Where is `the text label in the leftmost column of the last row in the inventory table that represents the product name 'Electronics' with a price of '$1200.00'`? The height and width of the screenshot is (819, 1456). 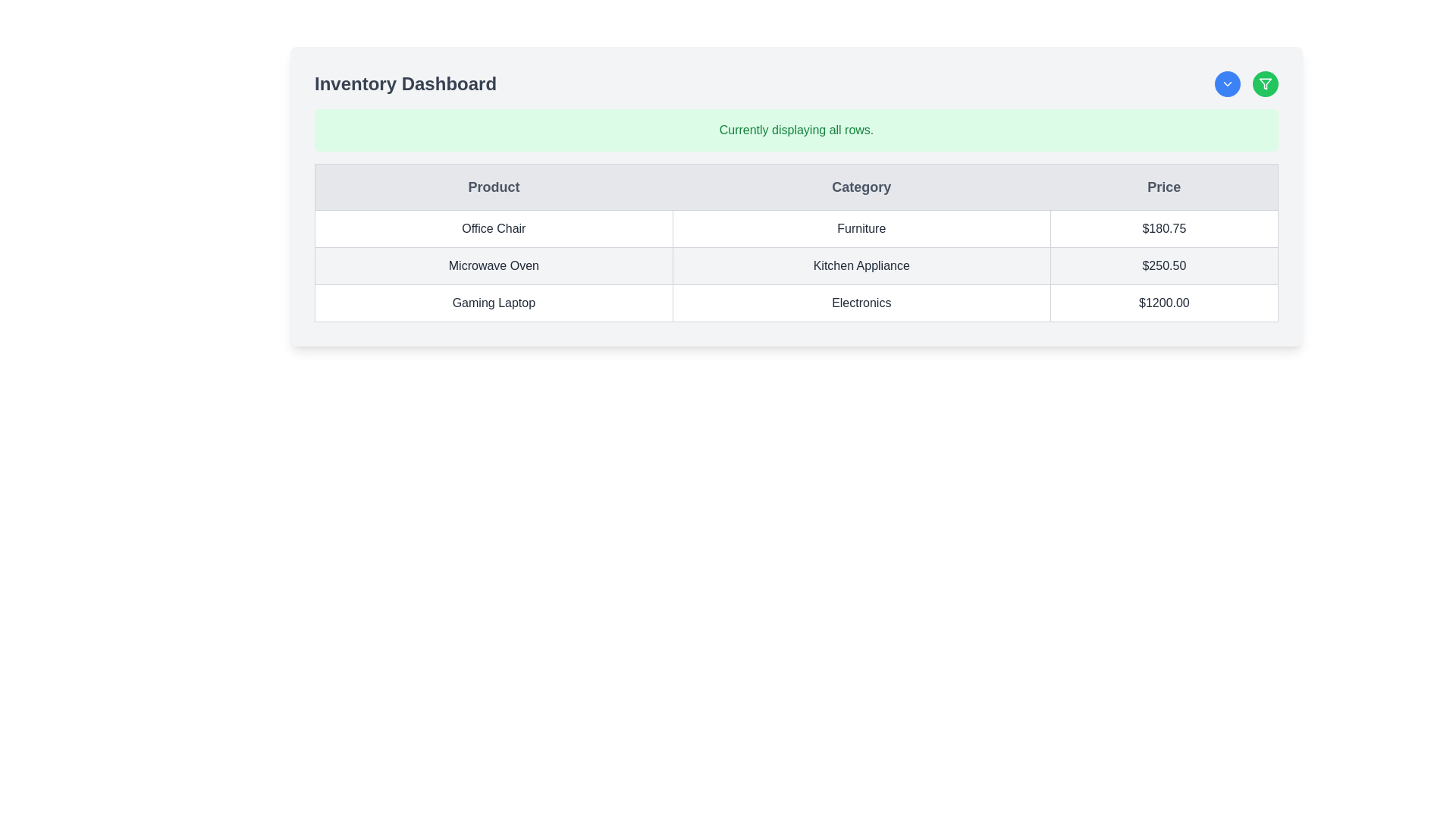 the text label in the leftmost column of the last row in the inventory table that represents the product name 'Electronics' with a price of '$1200.00' is located at coordinates (494, 303).